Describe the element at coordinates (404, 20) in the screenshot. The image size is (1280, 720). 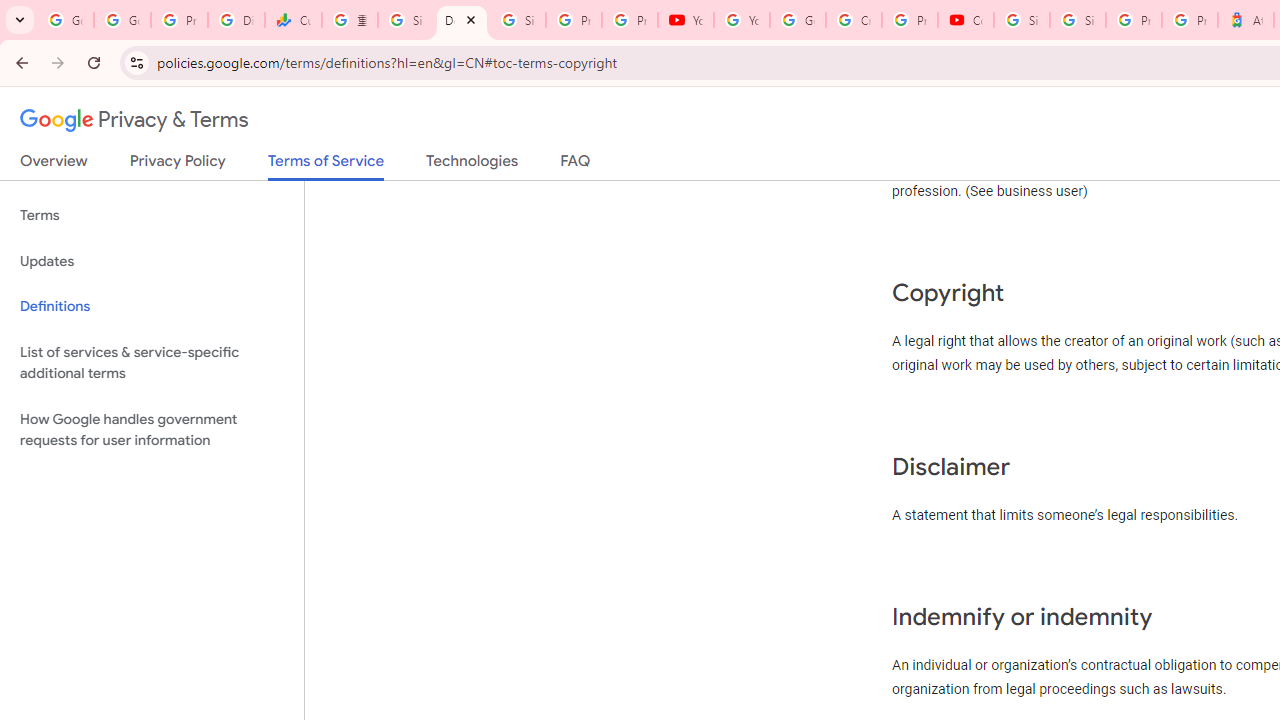
I see `'Sign in - Google Accounts'` at that location.